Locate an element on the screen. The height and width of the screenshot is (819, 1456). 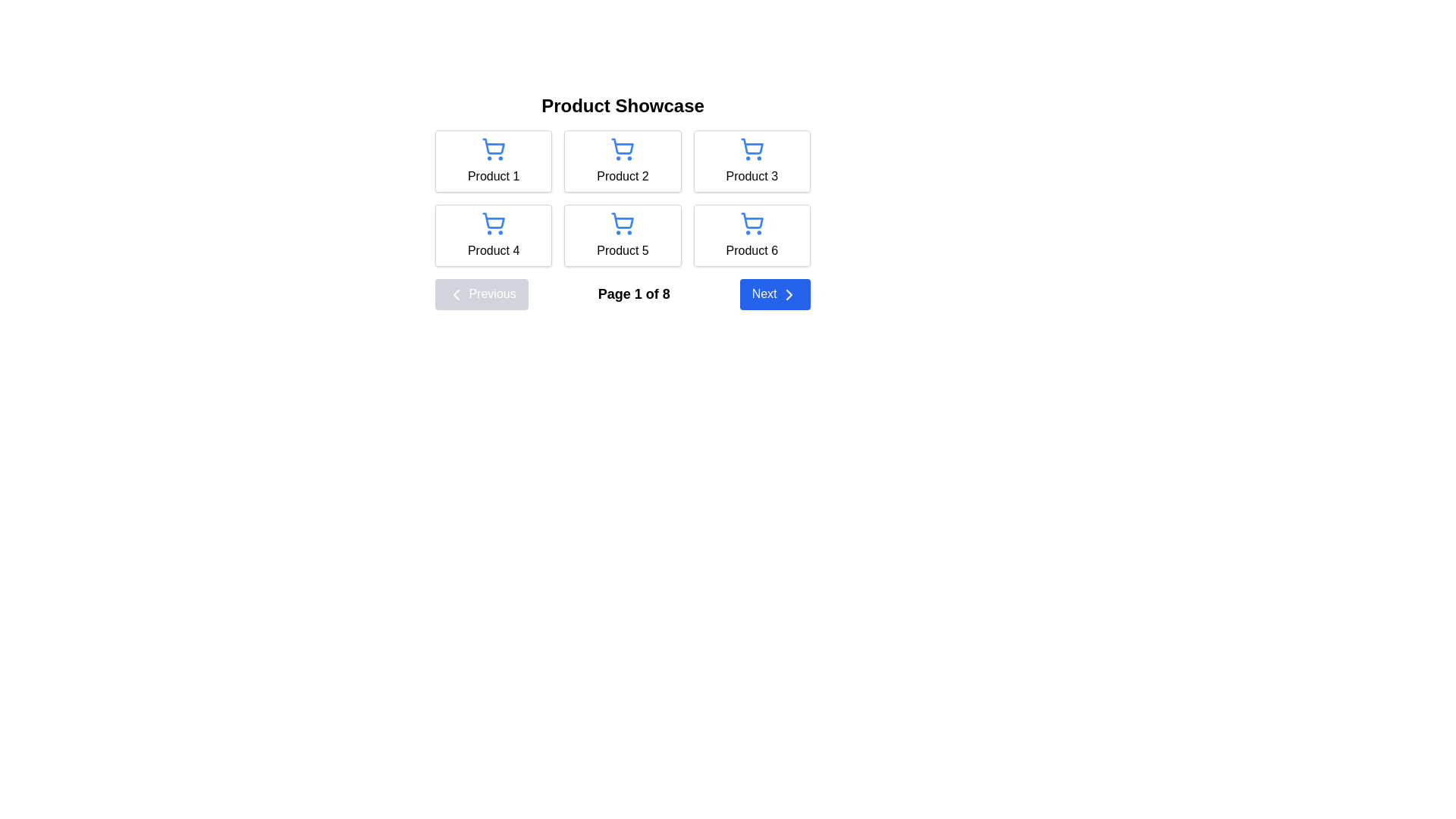
the main body of the shopping cart icon located at the top left of the grid under the 'Product Showcase' title, corresponding to 'Product 1' is located at coordinates (494, 146).